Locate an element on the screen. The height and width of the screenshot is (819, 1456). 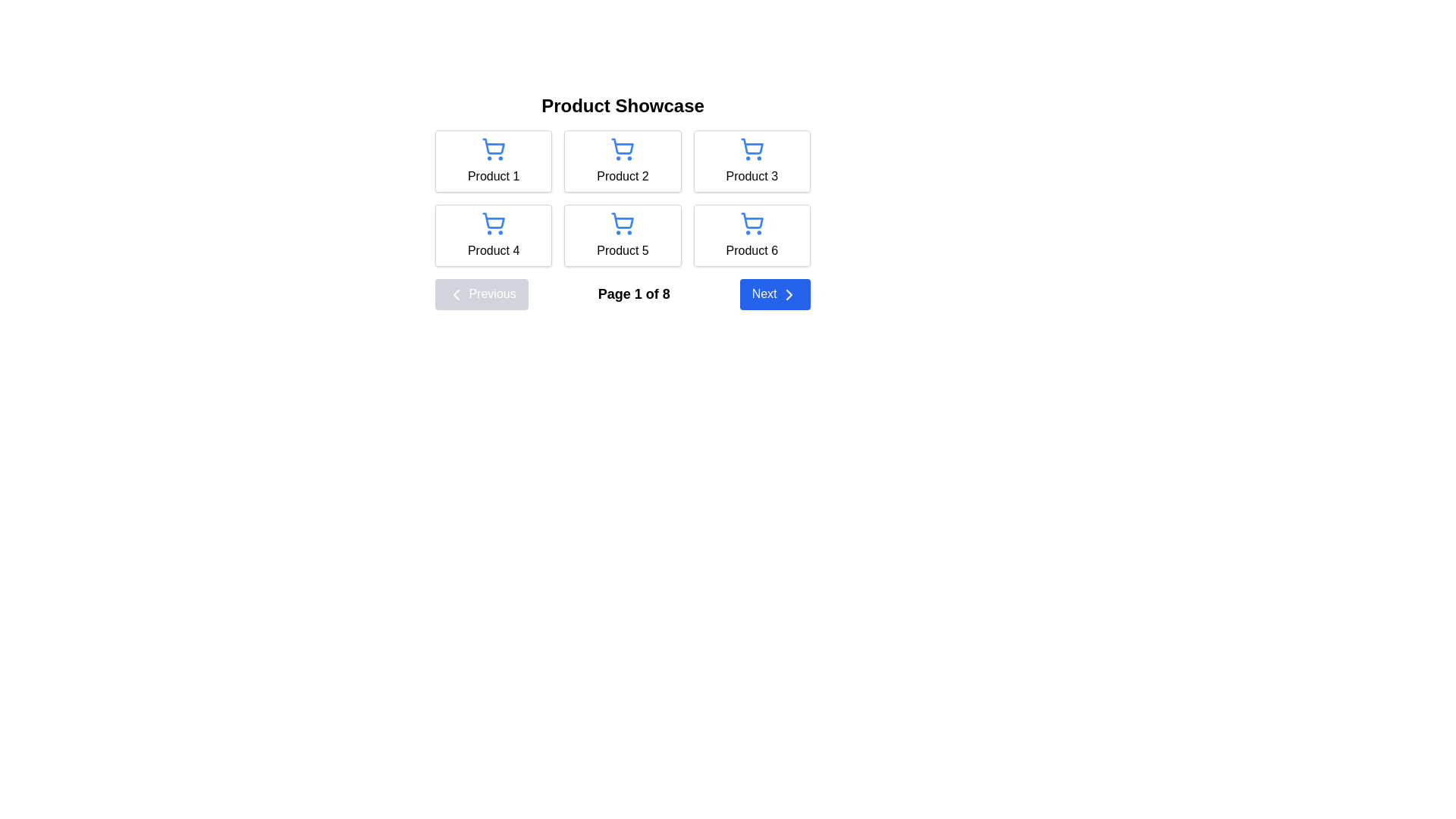
the main body of the shopping cart icon located at the top left of the grid under the 'Product Showcase' title, corresponding to 'Product 1' is located at coordinates (494, 146).